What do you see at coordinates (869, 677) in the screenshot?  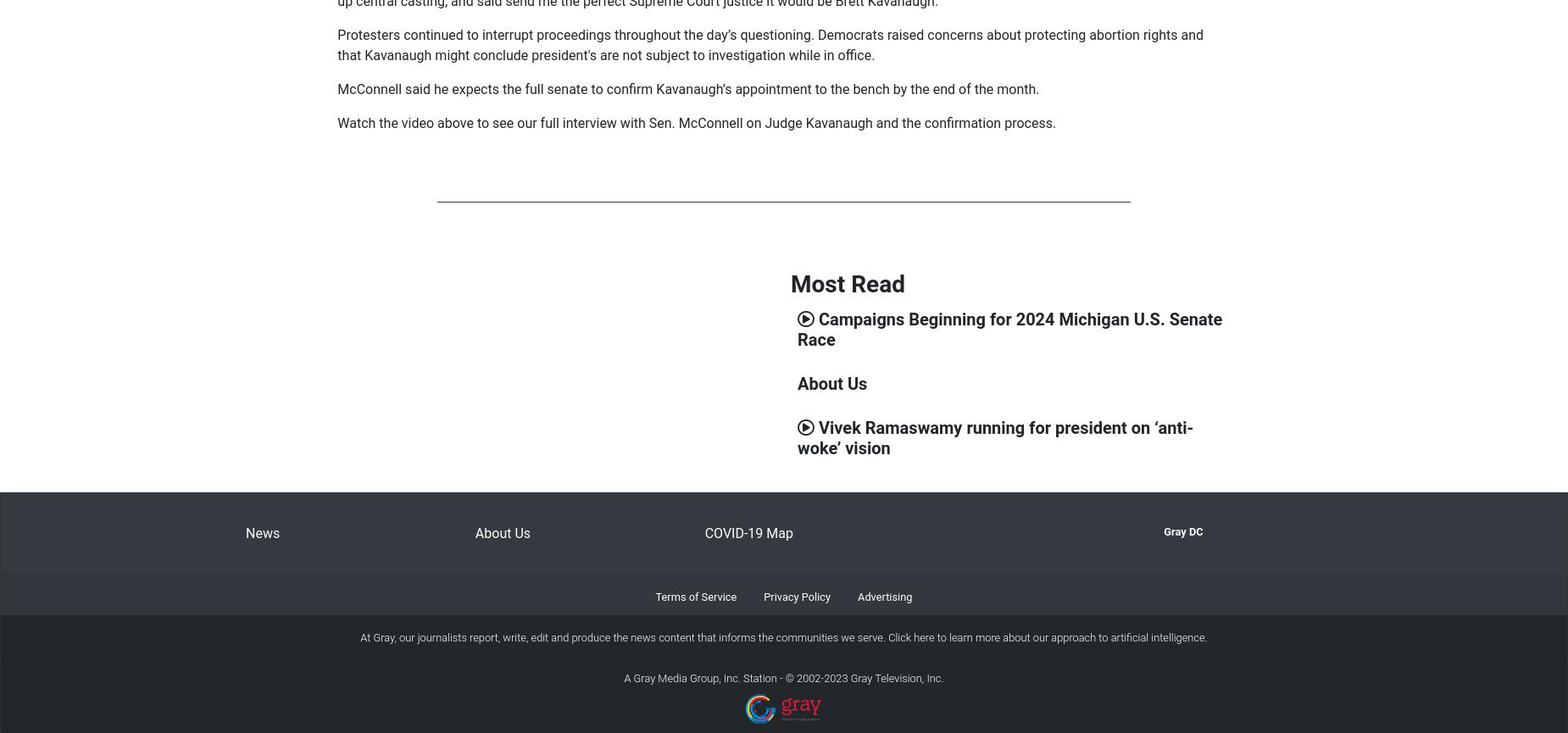 I see `'2002-2023 Gray Television, Inc.'` at bounding box center [869, 677].